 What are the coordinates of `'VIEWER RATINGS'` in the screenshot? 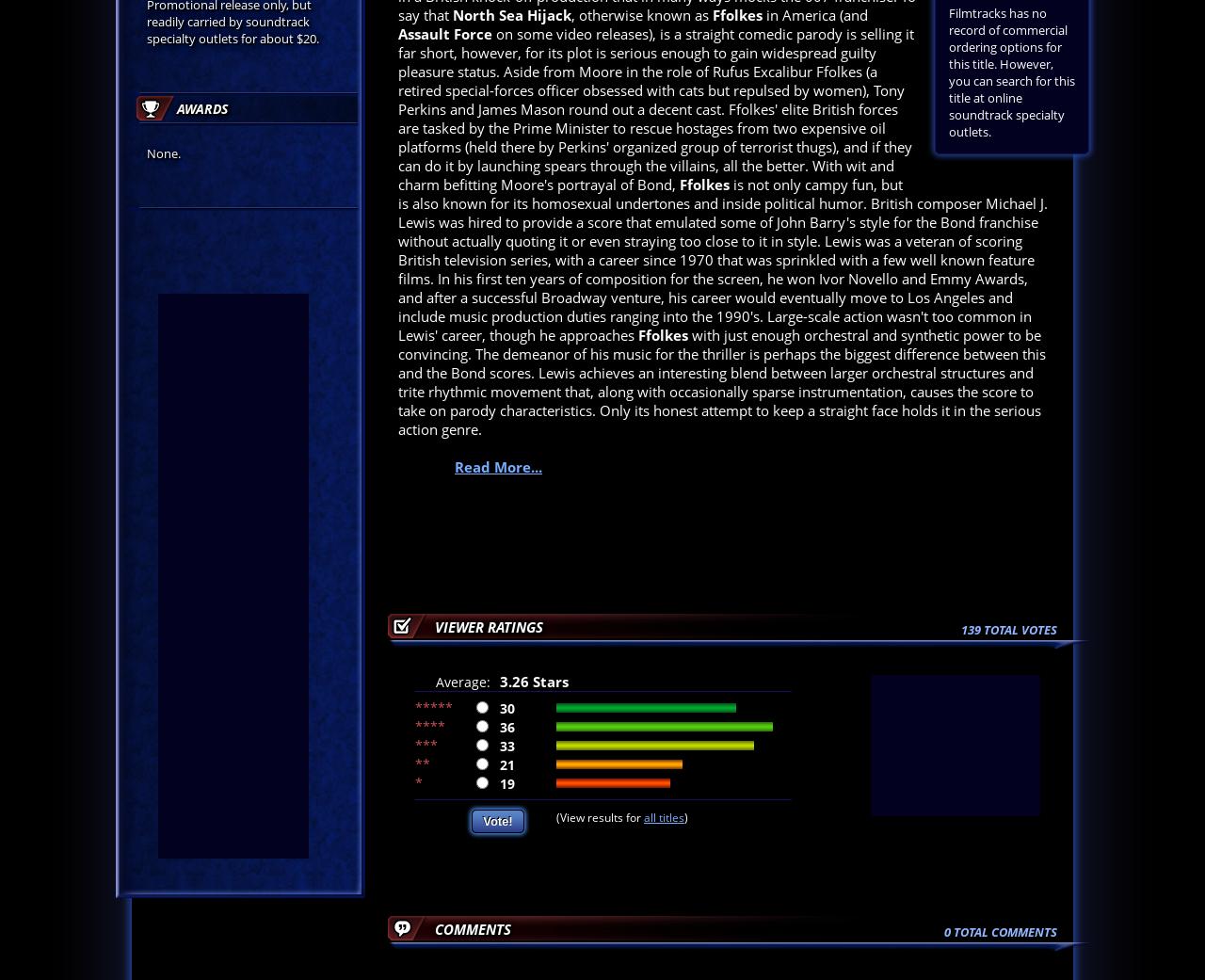 It's located at (489, 626).